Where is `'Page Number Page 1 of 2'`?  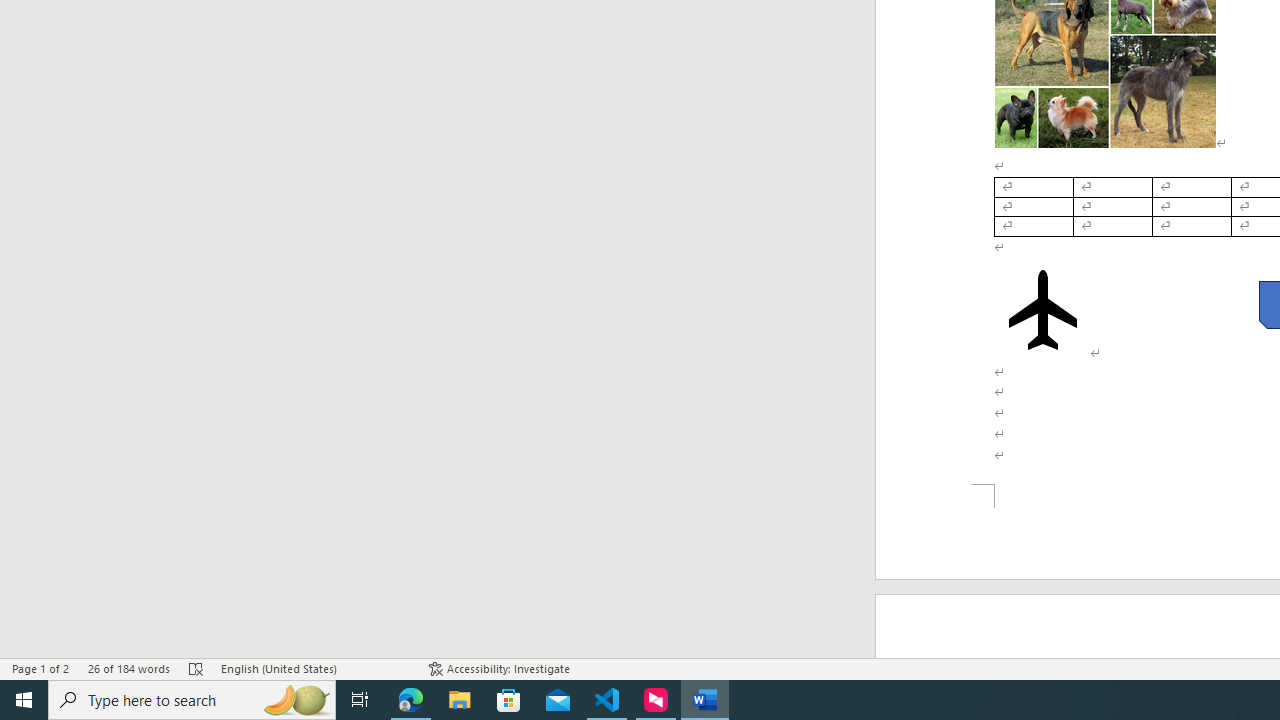
'Page Number Page 1 of 2' is located at coordinates (40, 669).